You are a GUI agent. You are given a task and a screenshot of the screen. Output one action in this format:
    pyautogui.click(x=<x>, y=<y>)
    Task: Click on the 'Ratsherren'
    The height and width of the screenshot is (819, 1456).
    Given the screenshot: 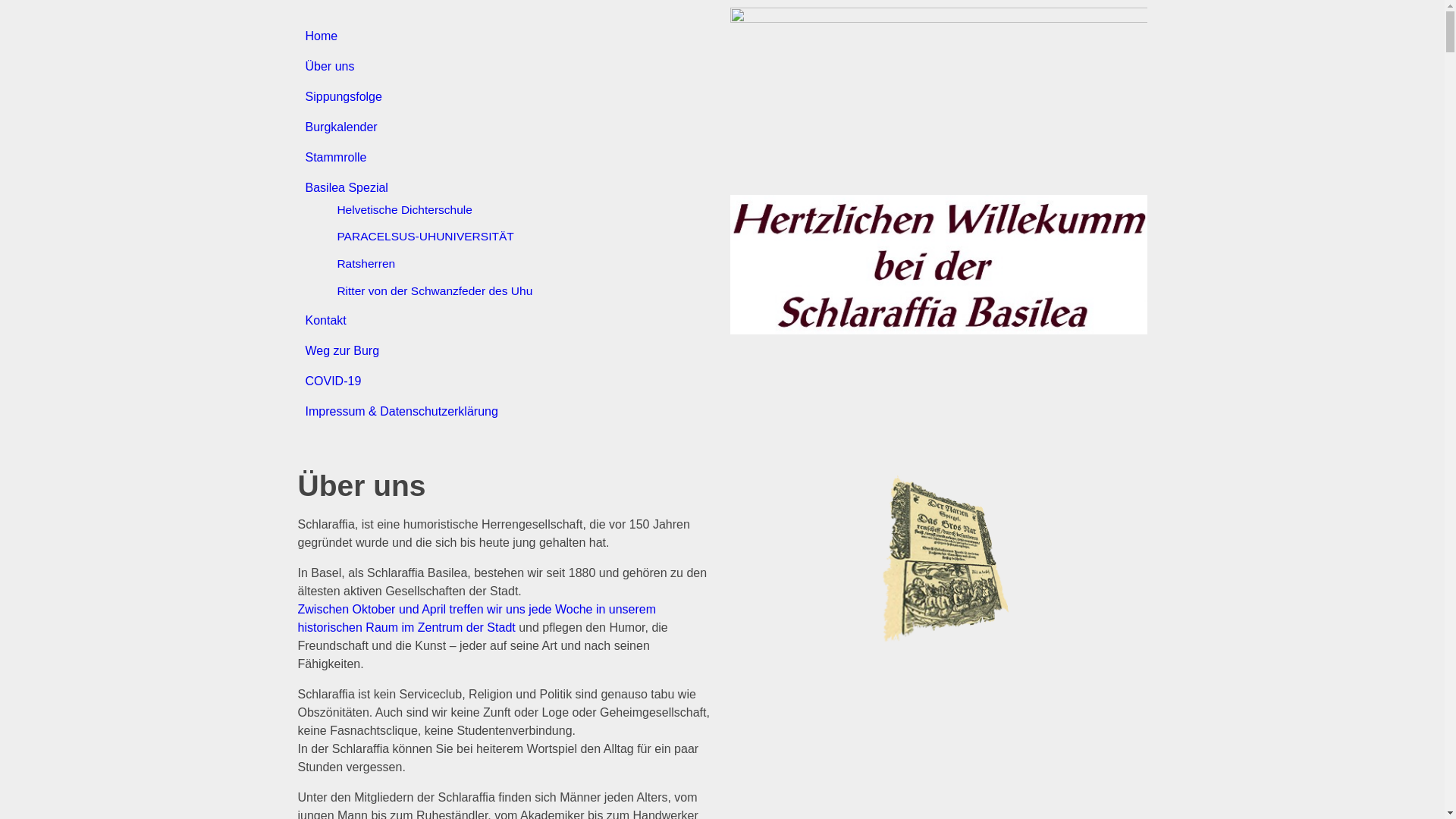 What is the action you would take?
    pyautogui.click(x=366, y=262)
    